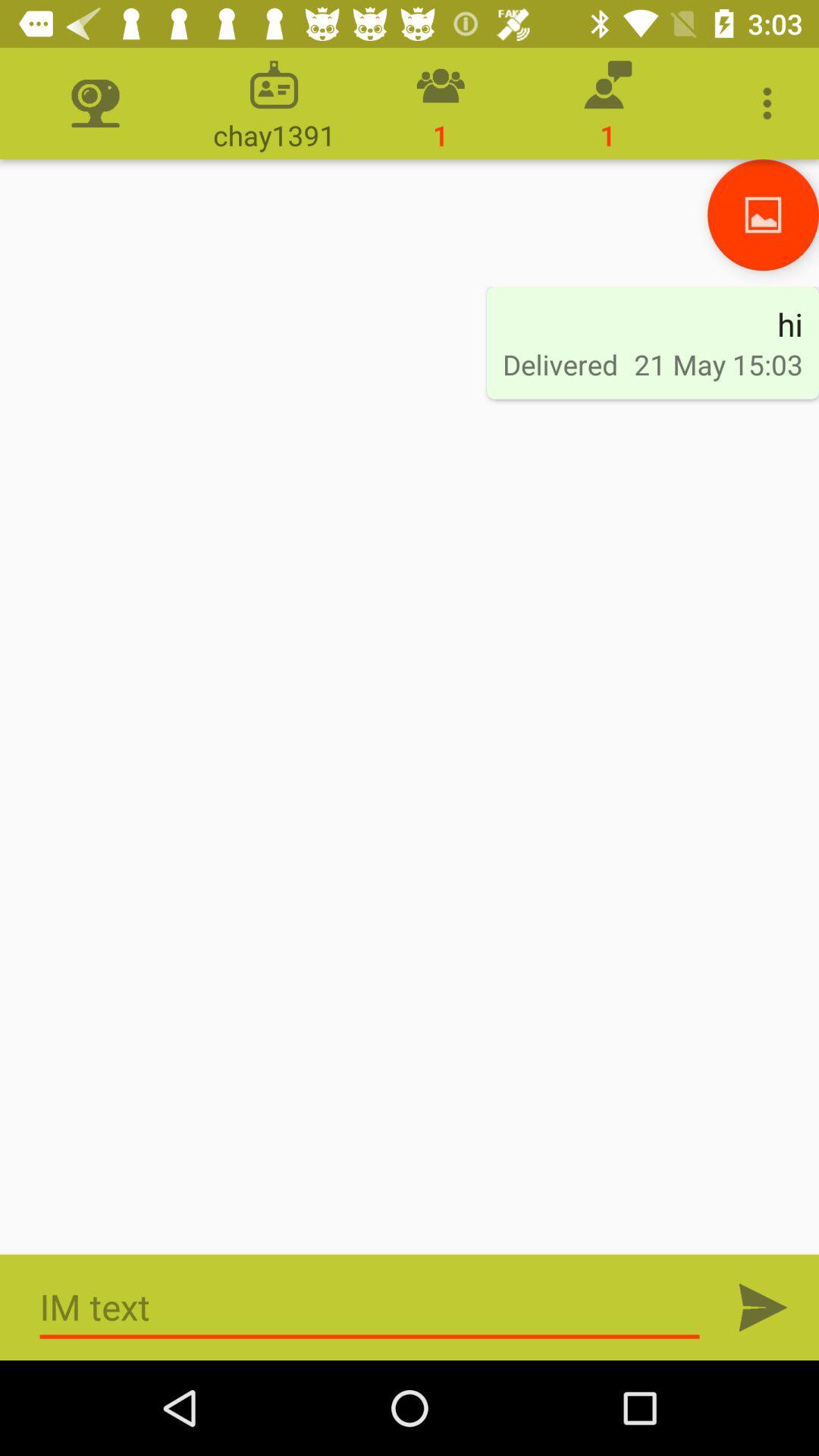 The image size is (819, 1456). Describe the element at coordinates (763, 1307) in the screenshot. I see `im text` at that location.